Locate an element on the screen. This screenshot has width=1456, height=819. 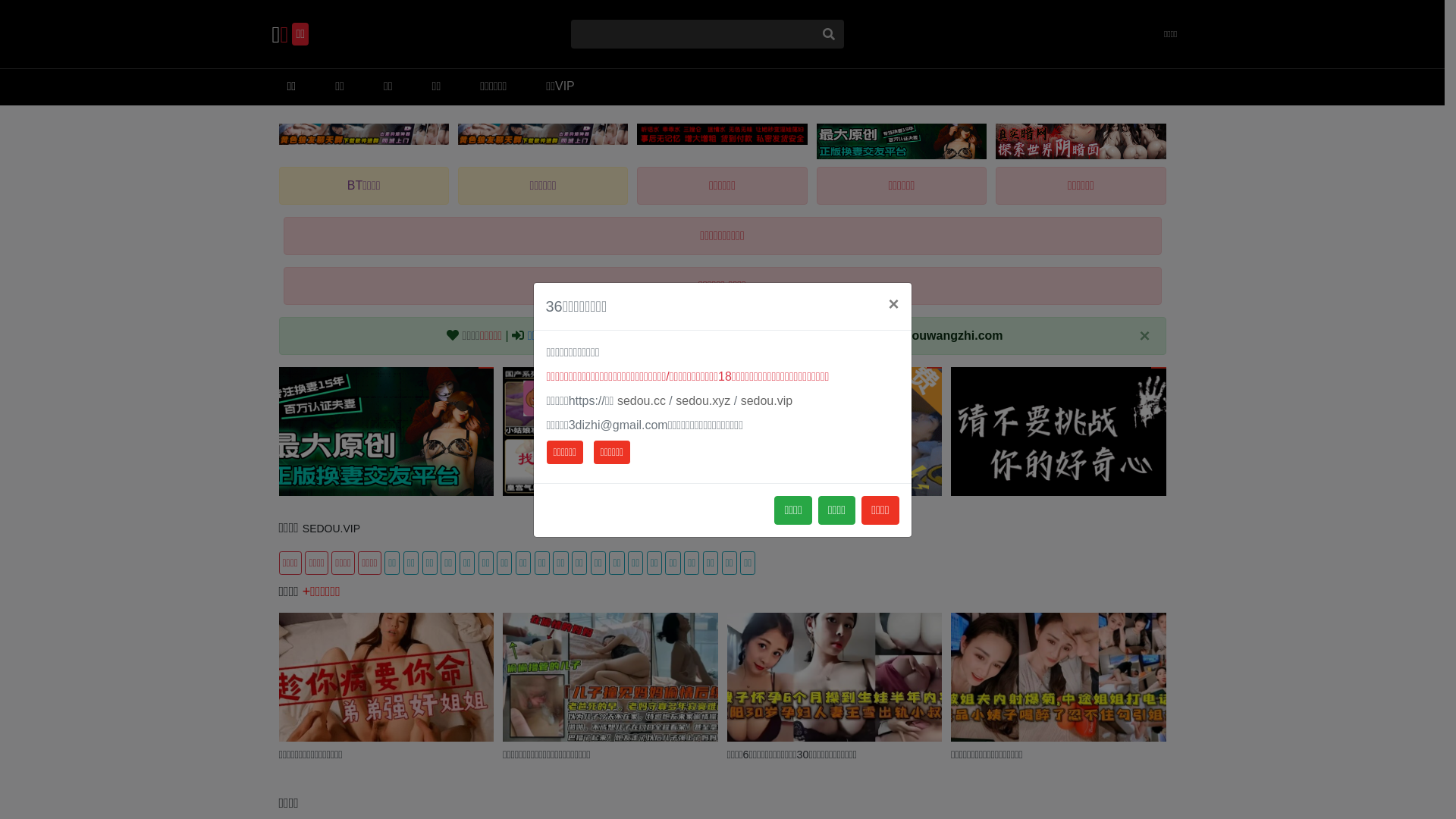
'sedouwangzhi.com' is located at coordinates (946, 334).